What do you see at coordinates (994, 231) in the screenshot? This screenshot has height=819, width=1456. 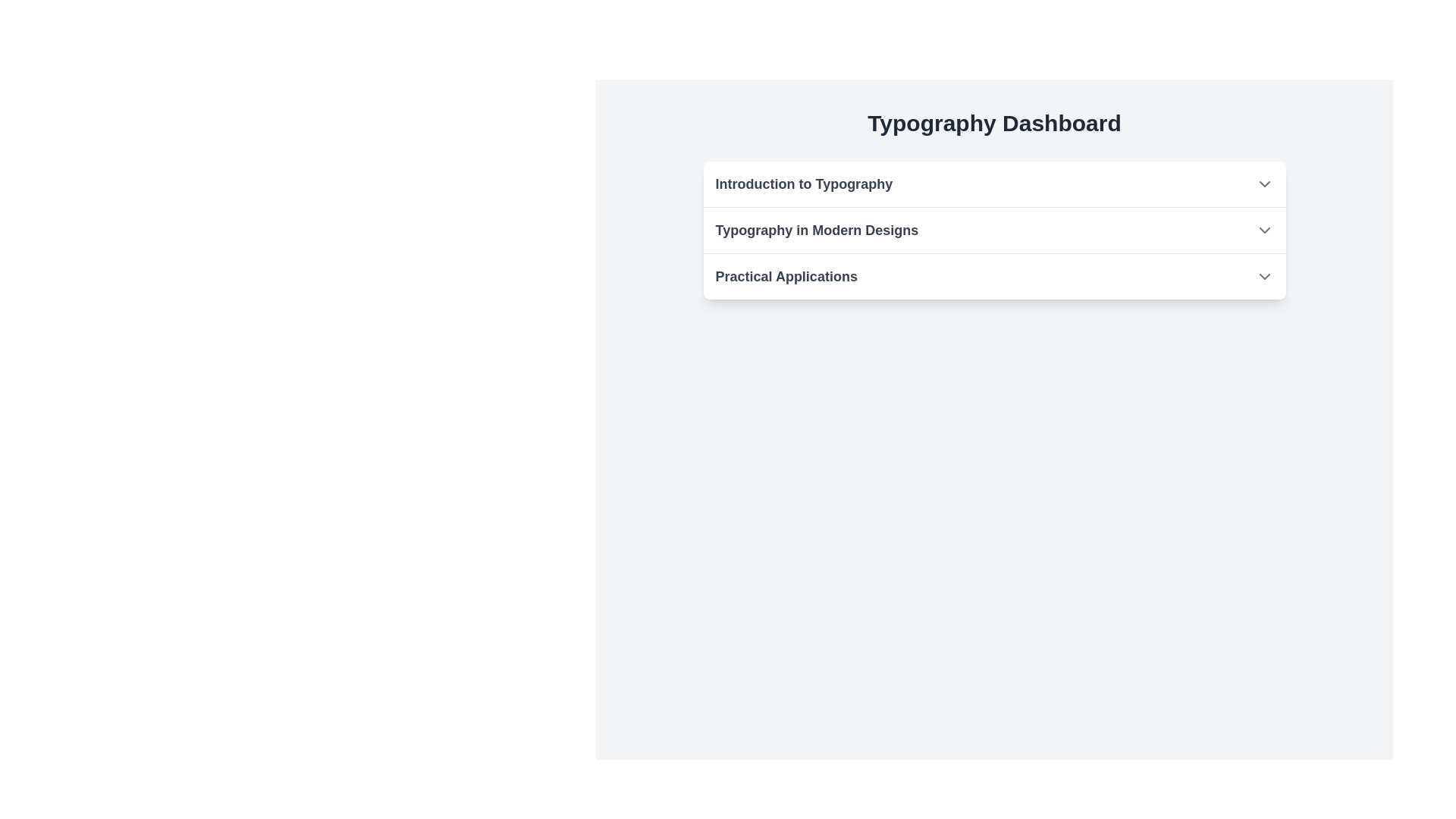 I see `the second item` at bounding box center [994, 231].